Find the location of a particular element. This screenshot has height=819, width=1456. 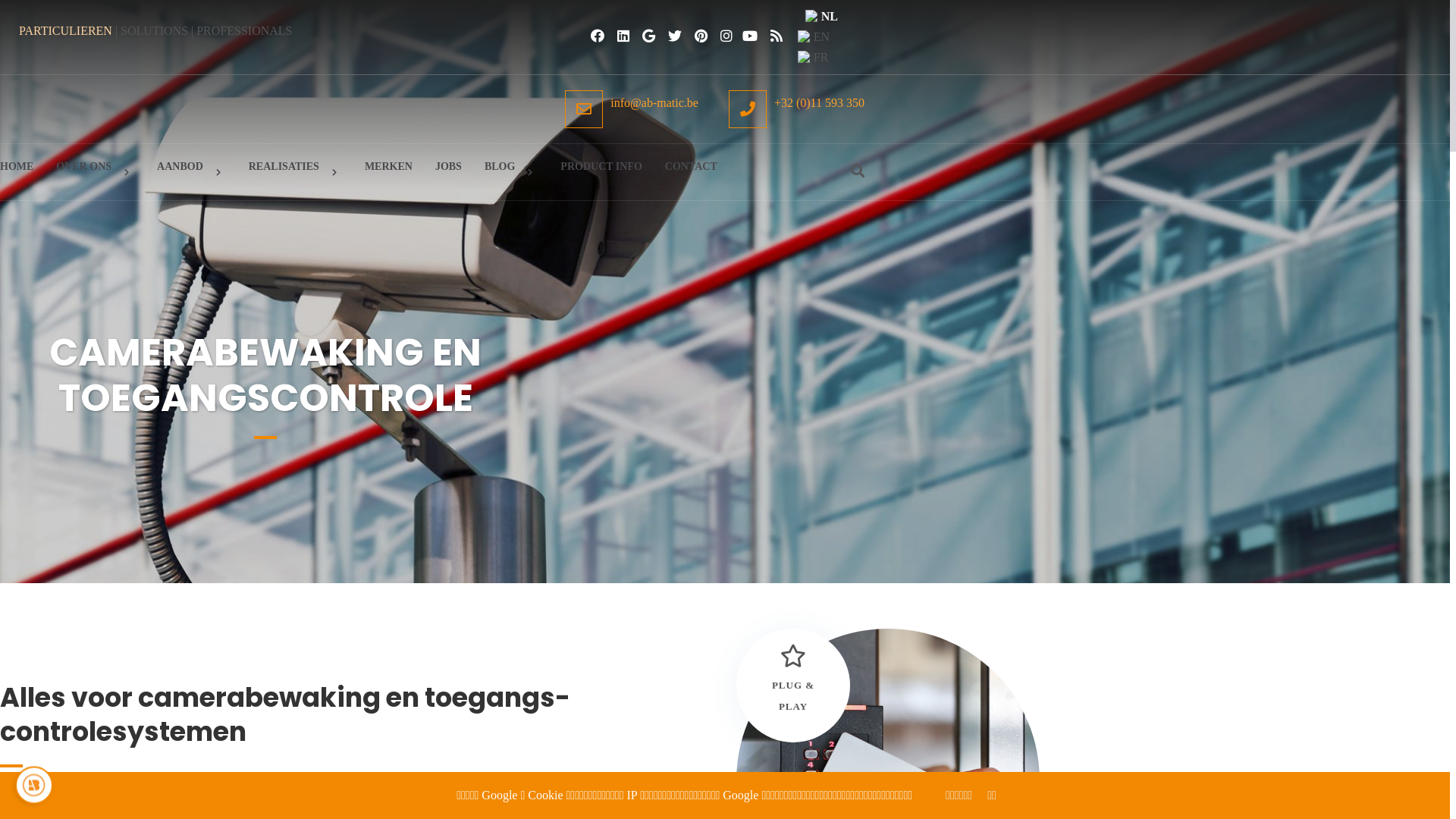

'FR' is located at coordinates (821, 56).